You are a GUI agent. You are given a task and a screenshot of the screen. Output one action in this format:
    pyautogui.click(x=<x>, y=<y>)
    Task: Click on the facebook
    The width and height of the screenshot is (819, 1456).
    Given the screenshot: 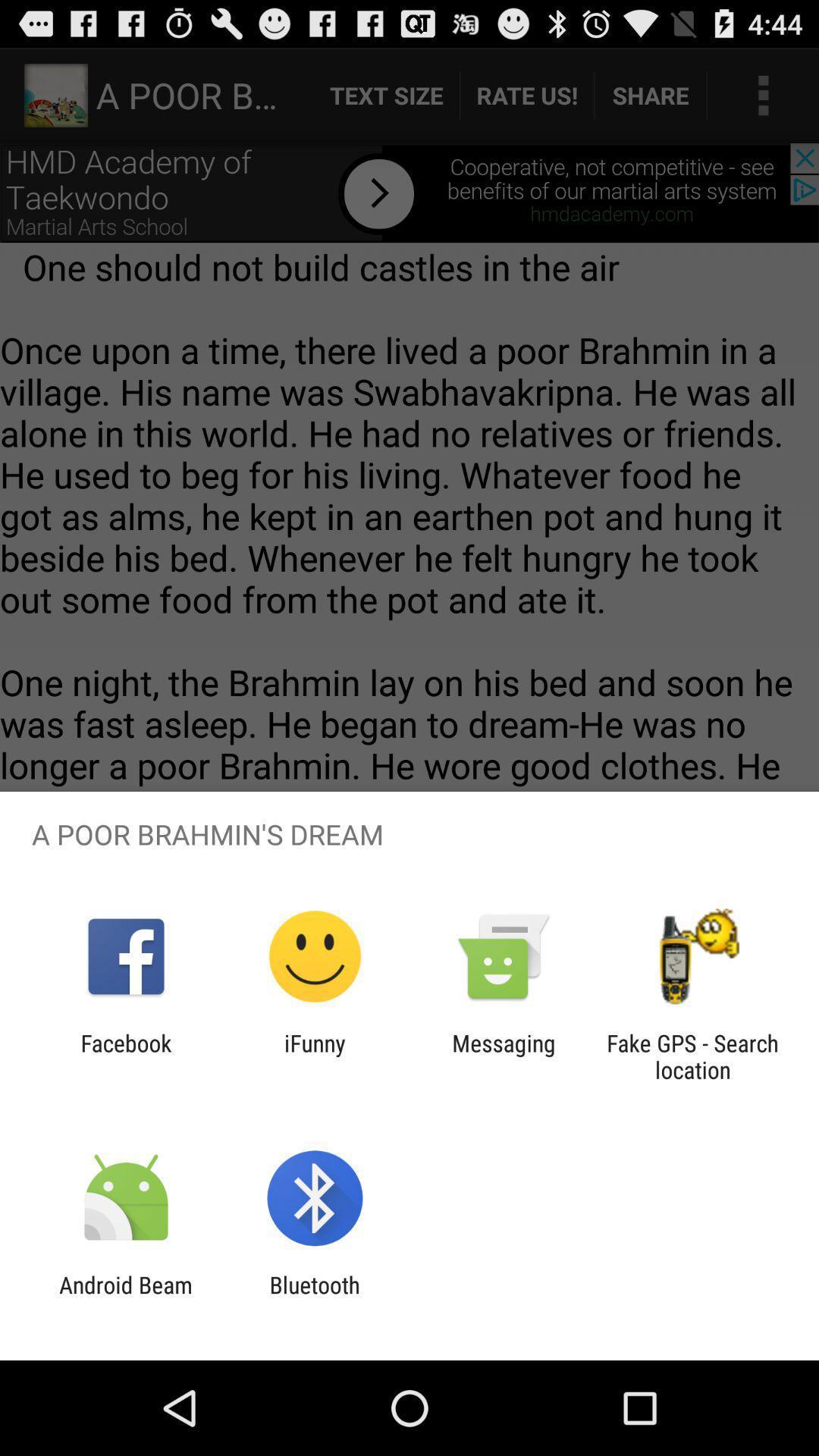 What is the action you would take?
    pyautogui.click(x=125, y=1056)
    